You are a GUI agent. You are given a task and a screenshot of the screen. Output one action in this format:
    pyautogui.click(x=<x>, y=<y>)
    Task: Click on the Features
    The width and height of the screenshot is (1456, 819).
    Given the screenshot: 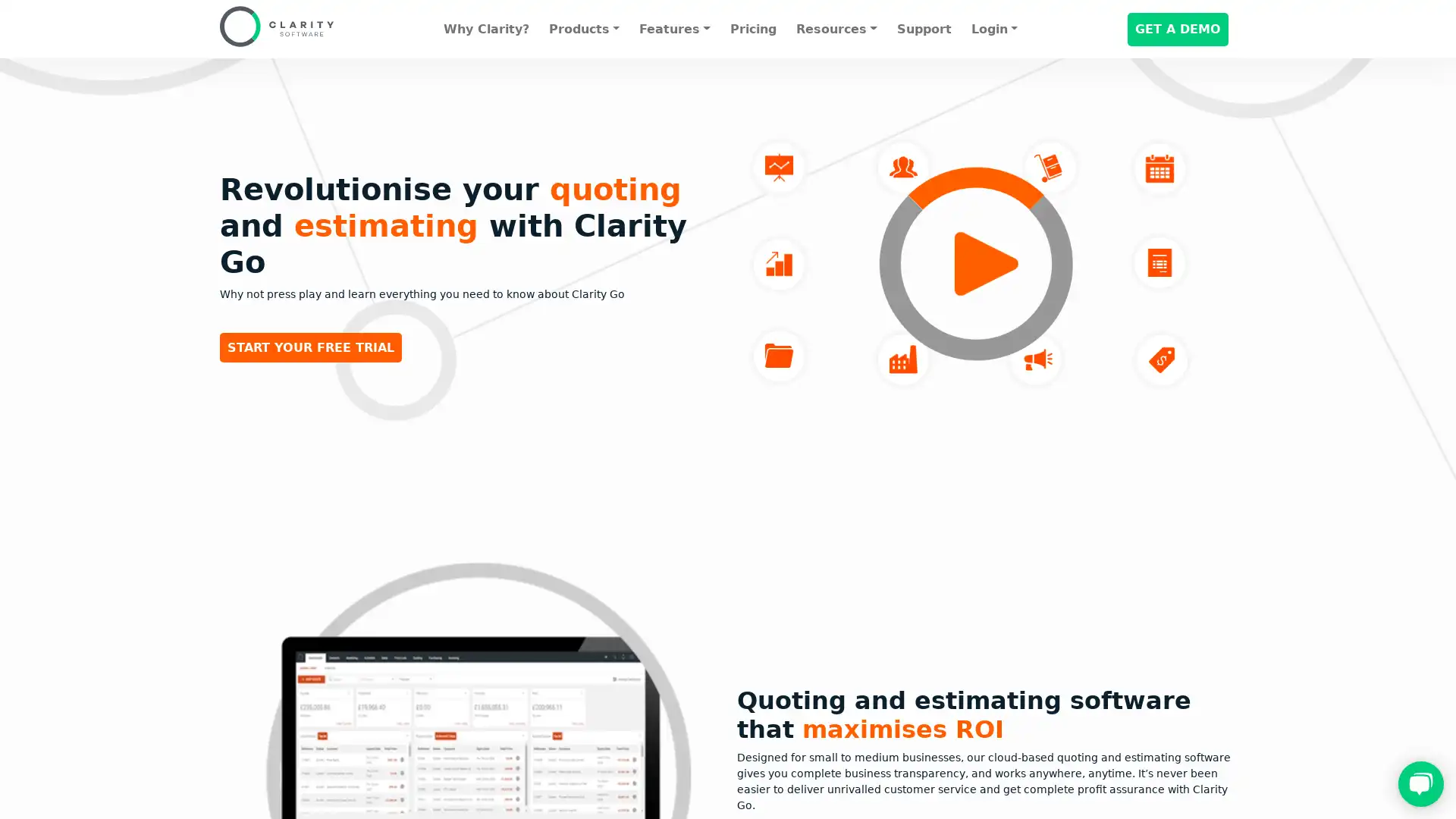 What is the action you would take?
    pyautogui.click(x=673, y=29)
    